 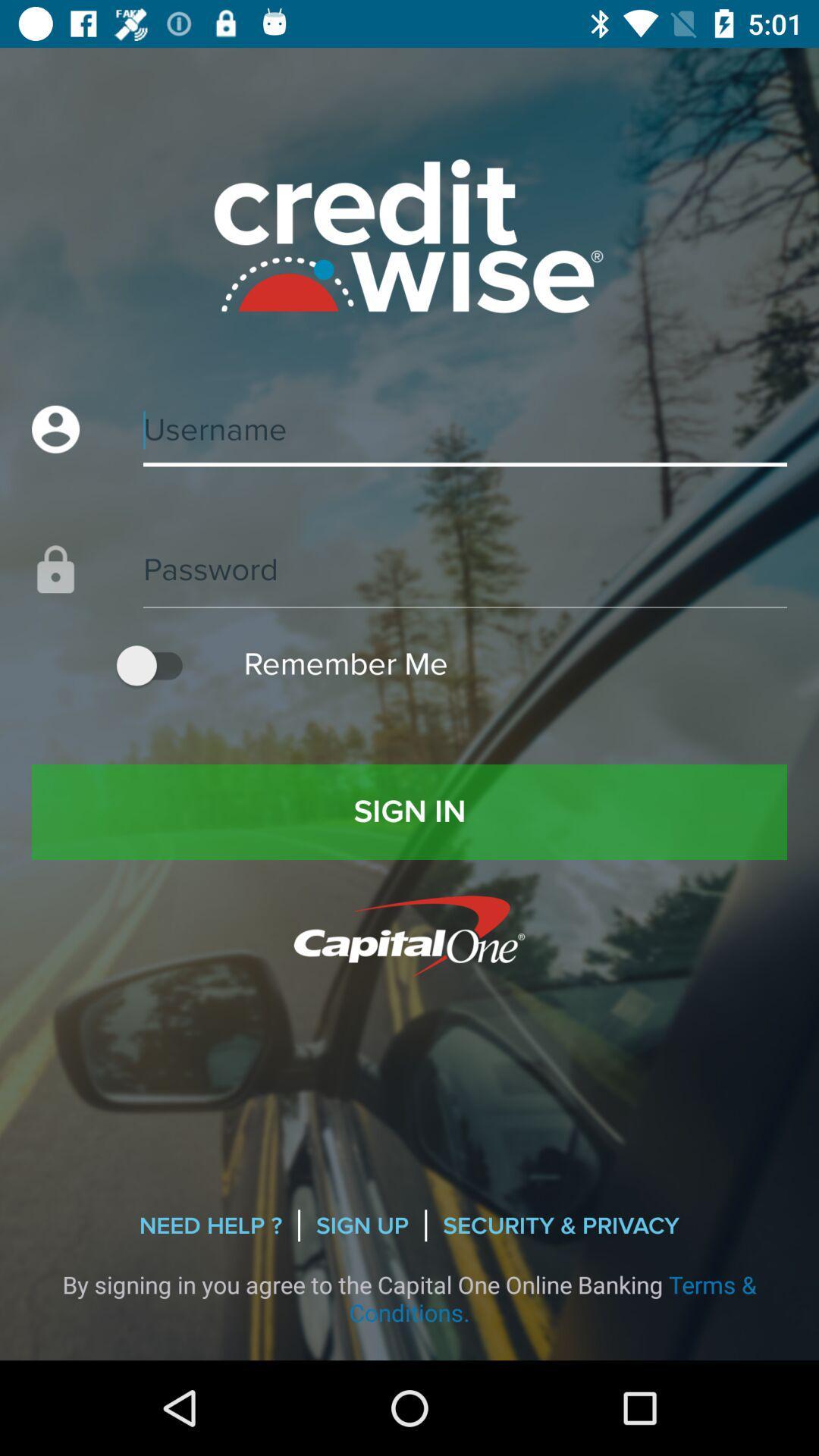 What do you see at coordinates (409, 1298) in the screenshot?
I see `by signing in item` at bounding box center [409, 1298].